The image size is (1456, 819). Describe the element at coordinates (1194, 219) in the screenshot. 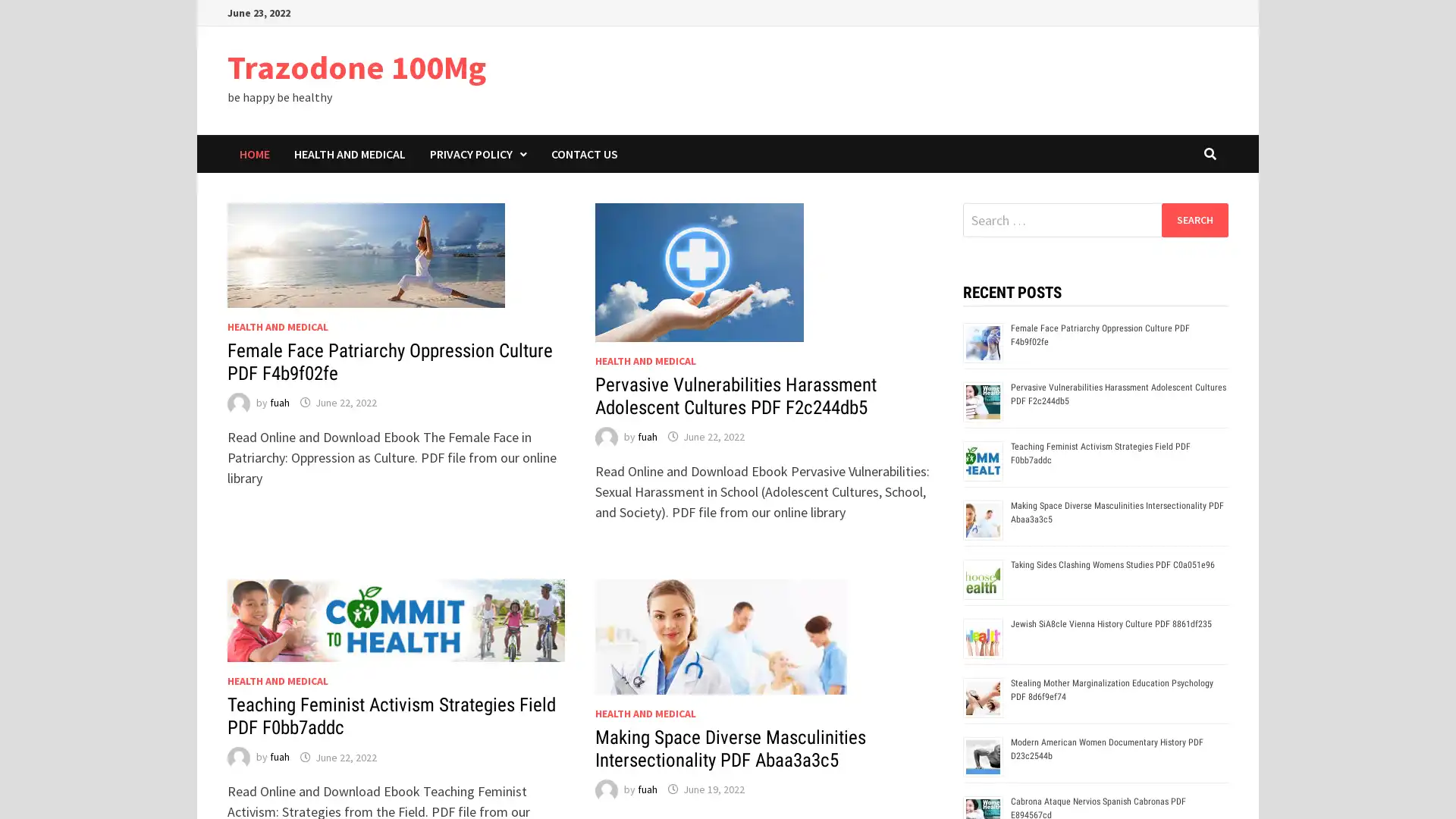

I see `Search` at that location.